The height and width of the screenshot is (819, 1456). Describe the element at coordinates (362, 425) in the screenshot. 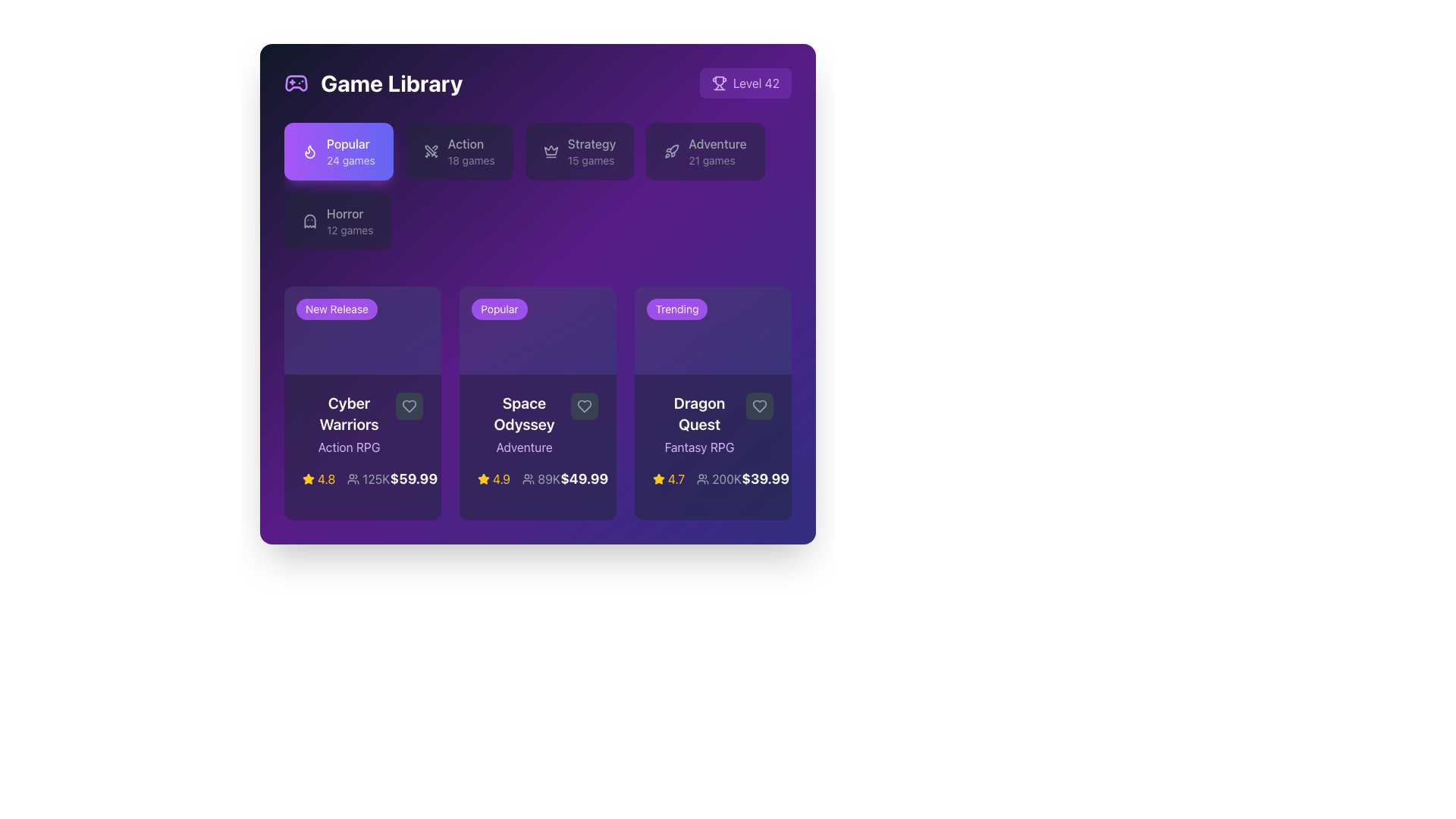

I see `text label that displays 'Cyber Warriors' in bold white font and 'Action RPG' in smaller purple font, located within the 'Popular' category card layout` at that location.